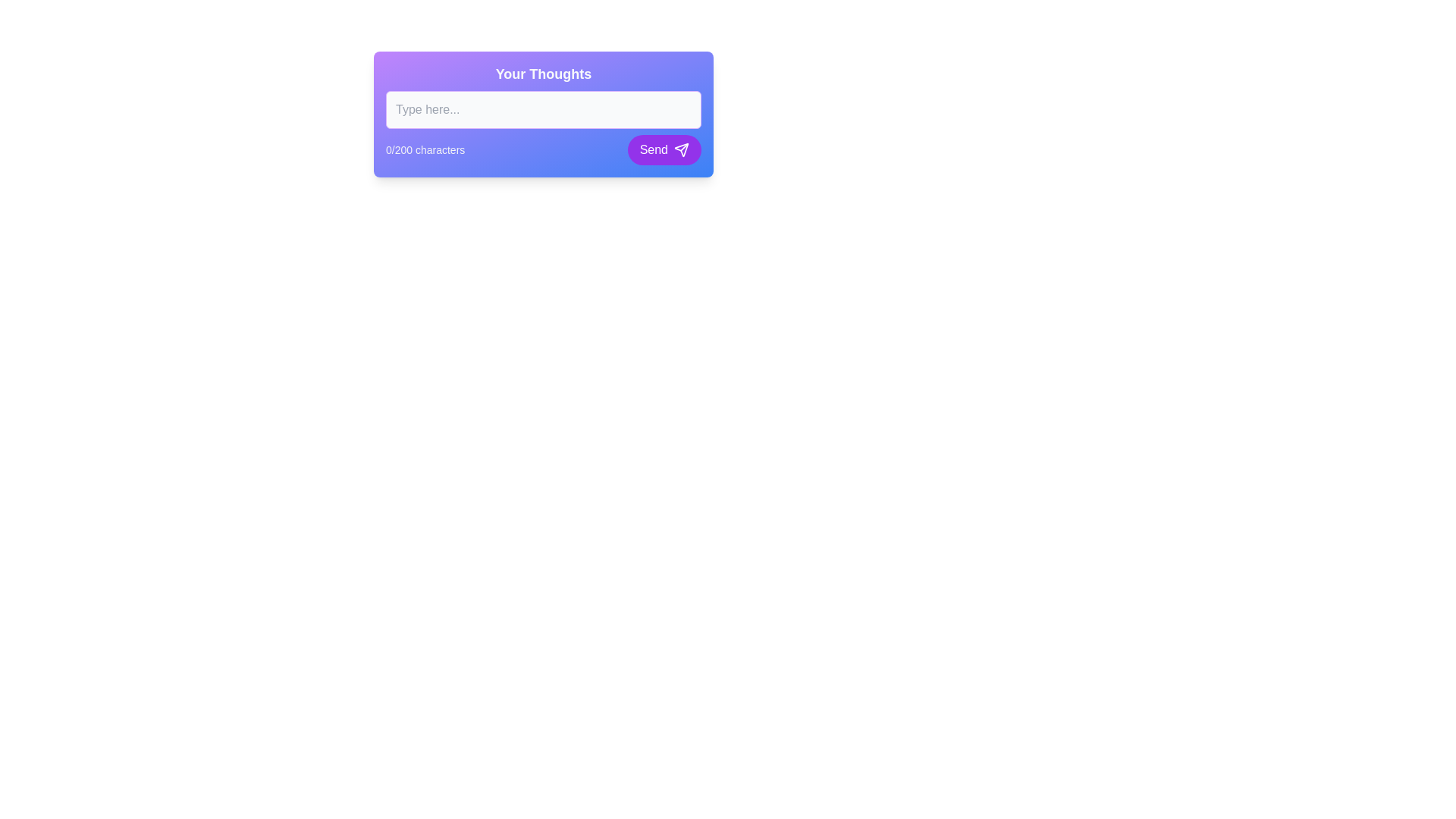 The width and height of the screenshot is (1456, 819). What do you see at coordinates (425, 149) in the screenshot?
I see `the static text label displaying the character count for the text input field, located to the left of the 'Send' button` at bounding box center [425, 149].